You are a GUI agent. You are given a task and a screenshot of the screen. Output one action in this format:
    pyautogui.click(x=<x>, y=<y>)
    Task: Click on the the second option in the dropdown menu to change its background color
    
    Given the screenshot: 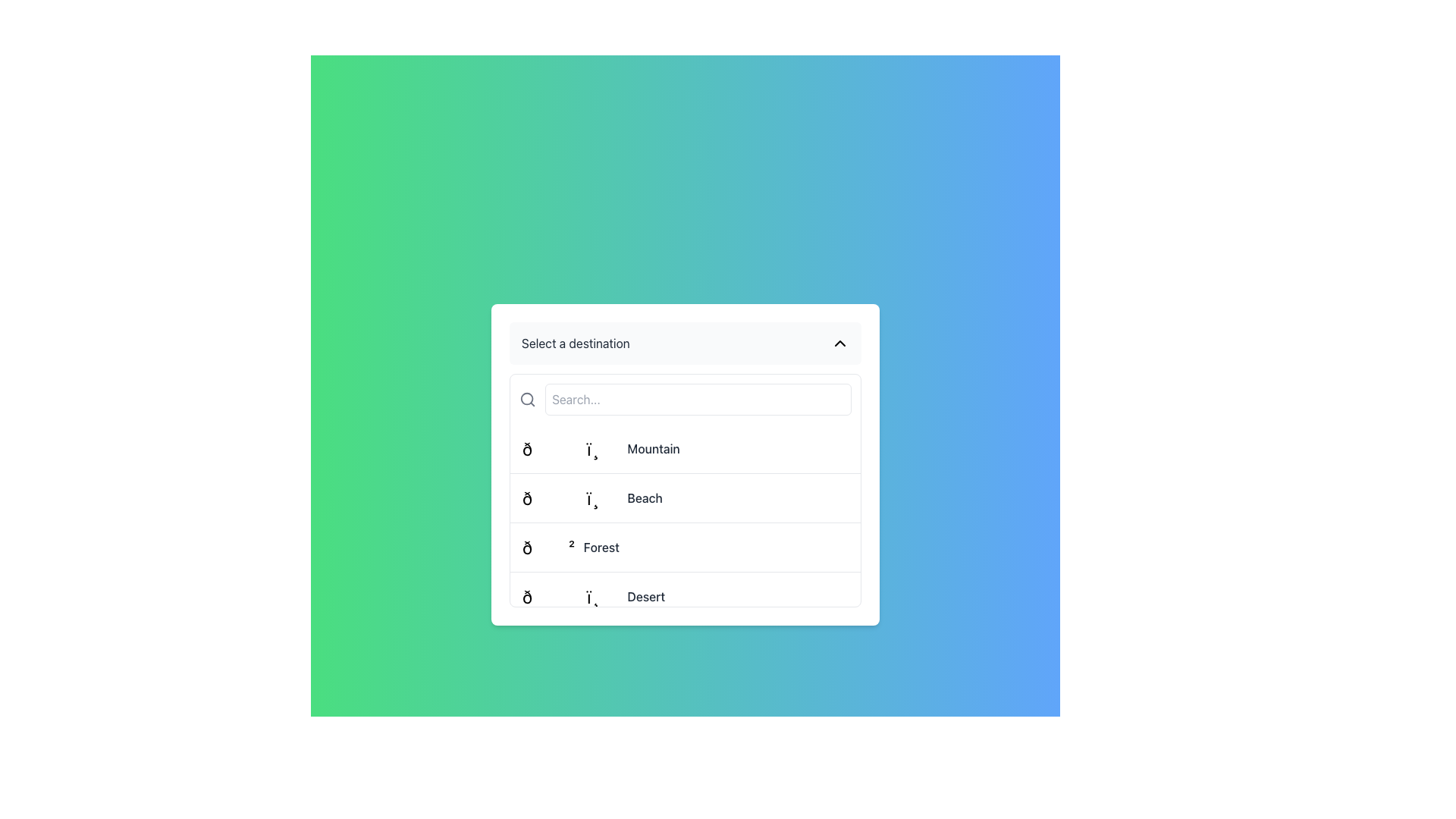 What is the action you would take?
    pyautogui.click(x=684, y=497)
    